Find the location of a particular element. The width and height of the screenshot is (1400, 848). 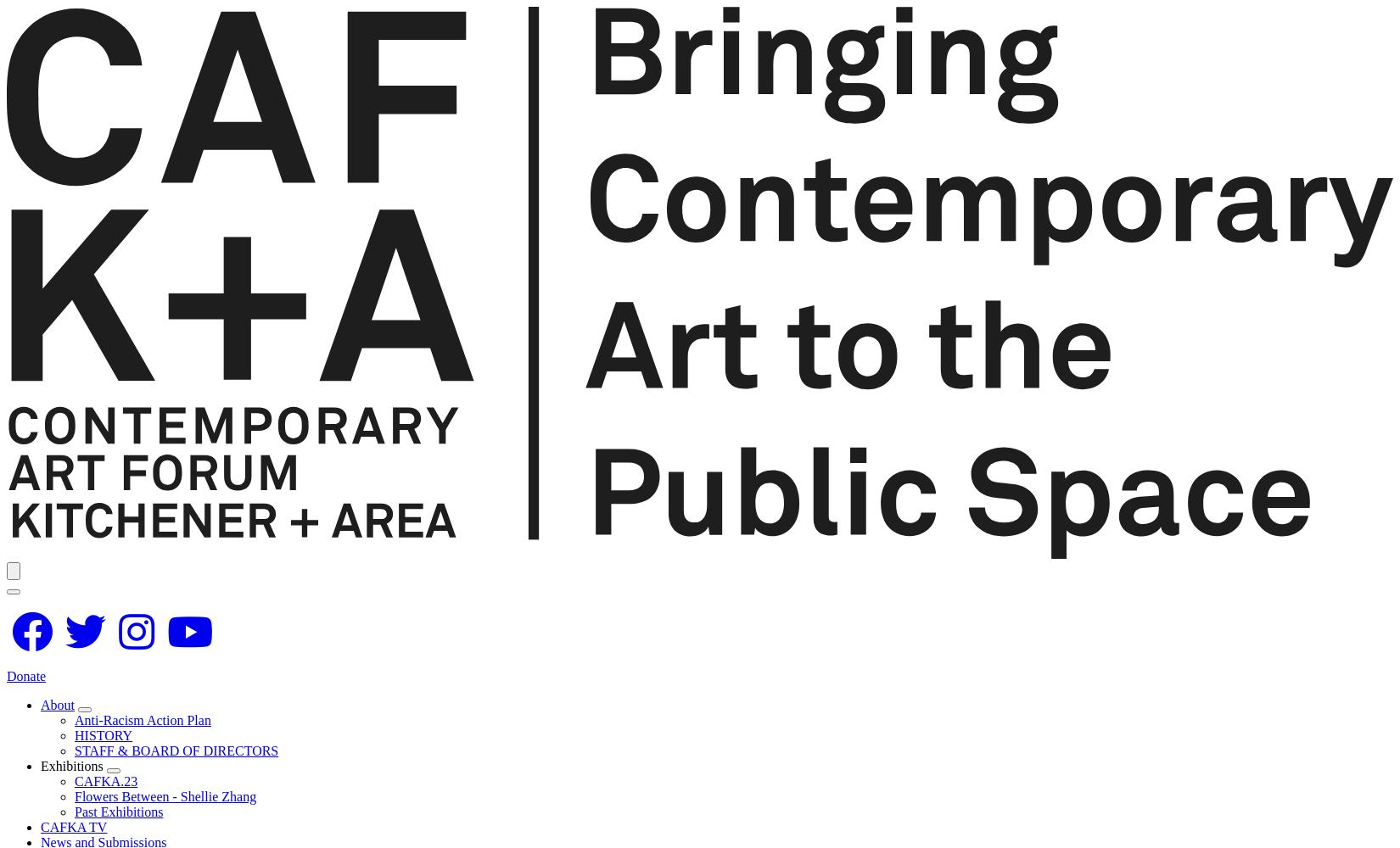

'CAFKA TV' is located at coordinates (73, 825).